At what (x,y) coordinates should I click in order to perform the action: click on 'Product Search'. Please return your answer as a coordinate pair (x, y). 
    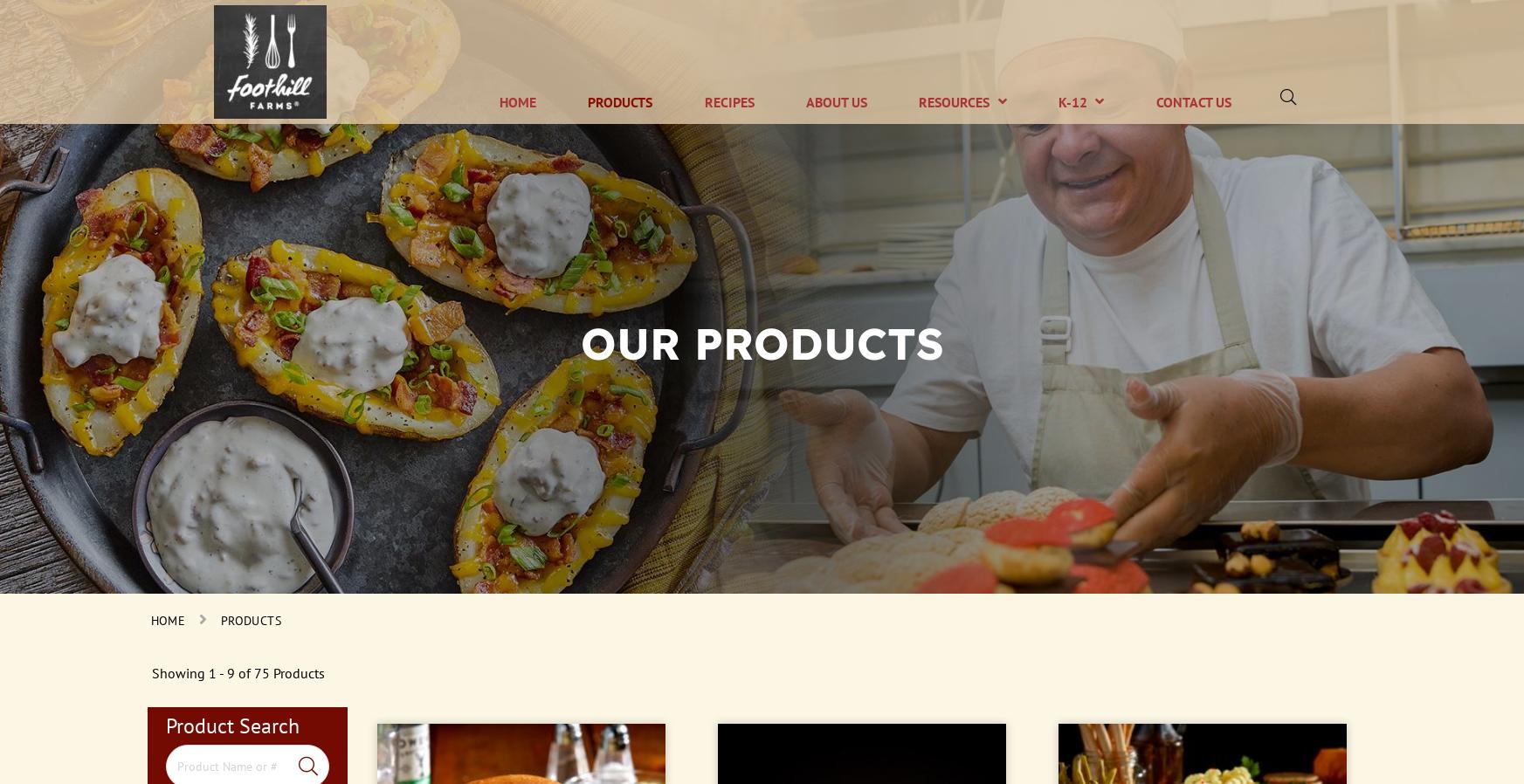
    Looking at the image, I should click on (231, 725).